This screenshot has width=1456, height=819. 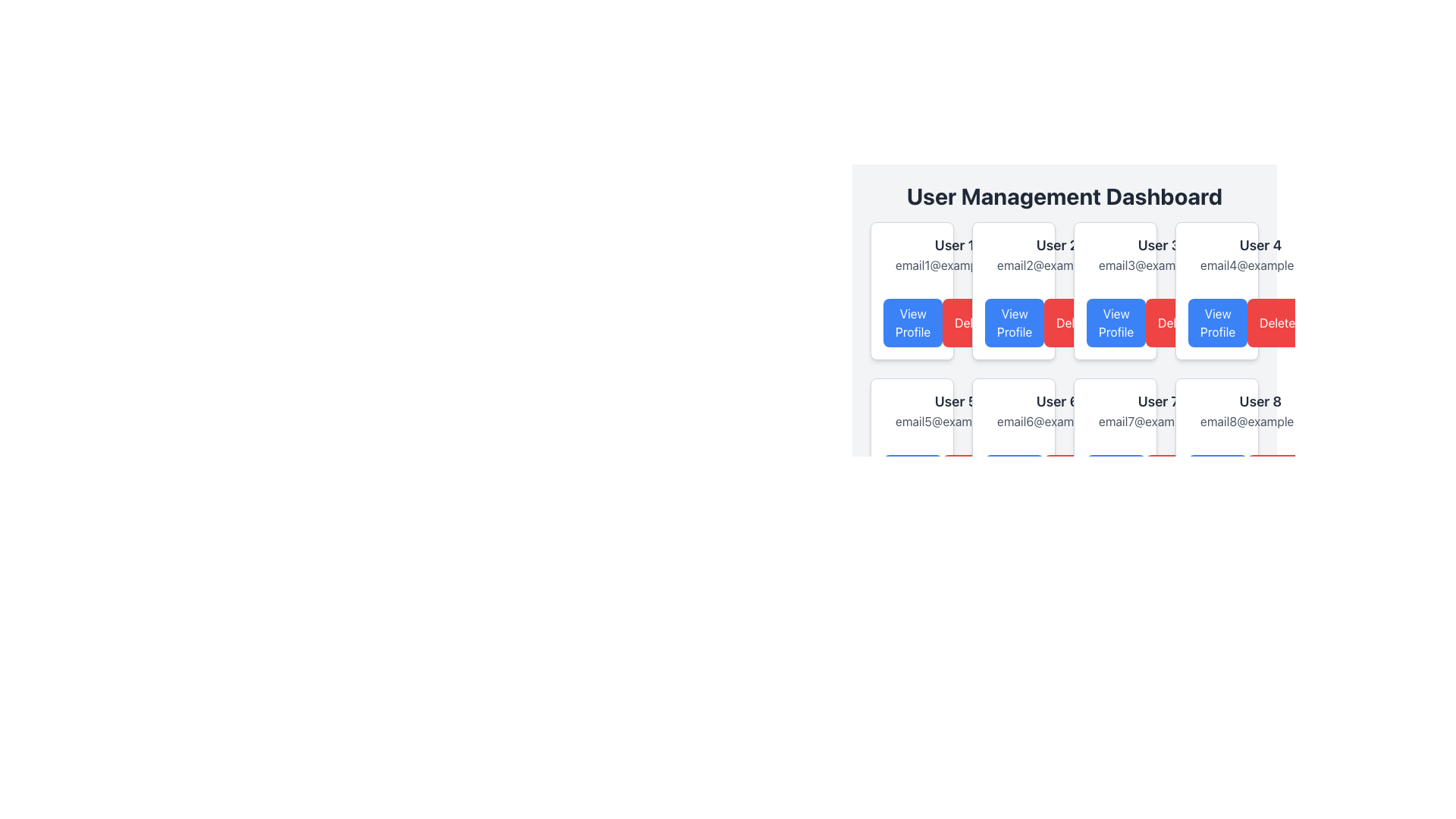 What do you see at coordinates (1218, 322) in the screenshot?
I see `the blue 'View Profile' button located to the left of the red 'Delete' button` at bounding box center [1218, 322].